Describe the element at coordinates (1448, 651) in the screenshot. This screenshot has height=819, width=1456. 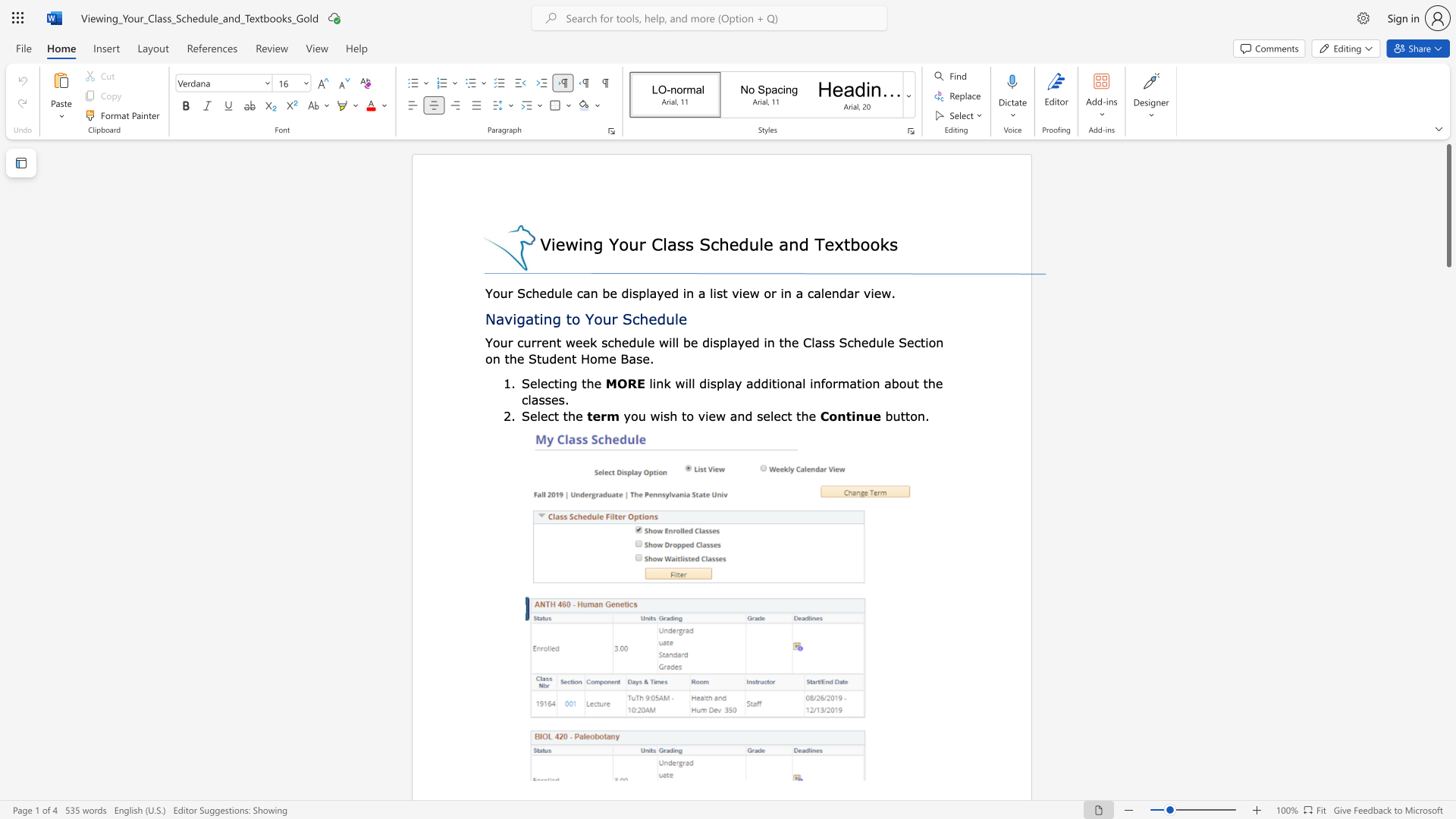
I see `the right-hand scrollbar to descend the page` at that location.